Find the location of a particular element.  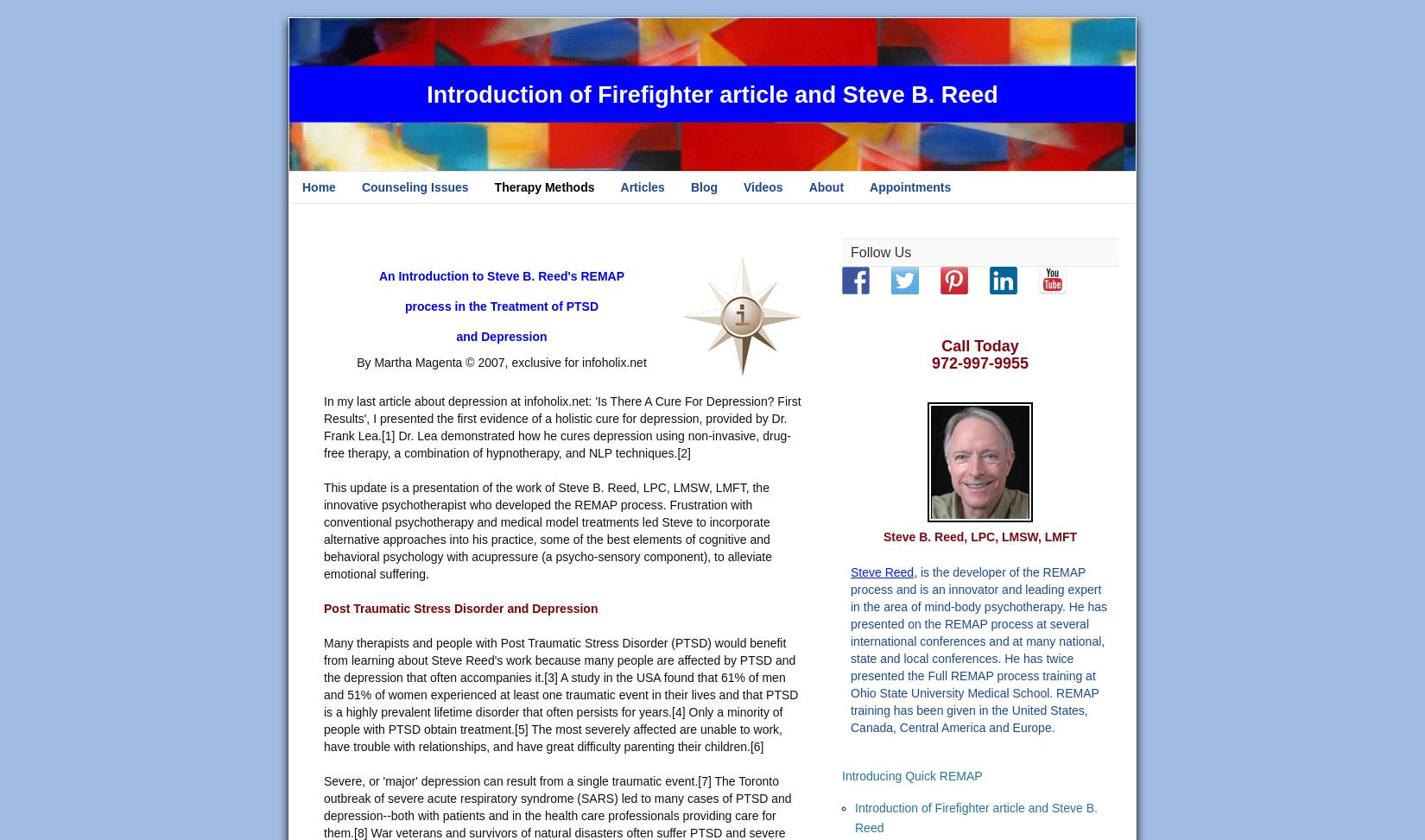

'An Introduction to Steve B. Reed's REMAP' is located at coordinates (500, 275).